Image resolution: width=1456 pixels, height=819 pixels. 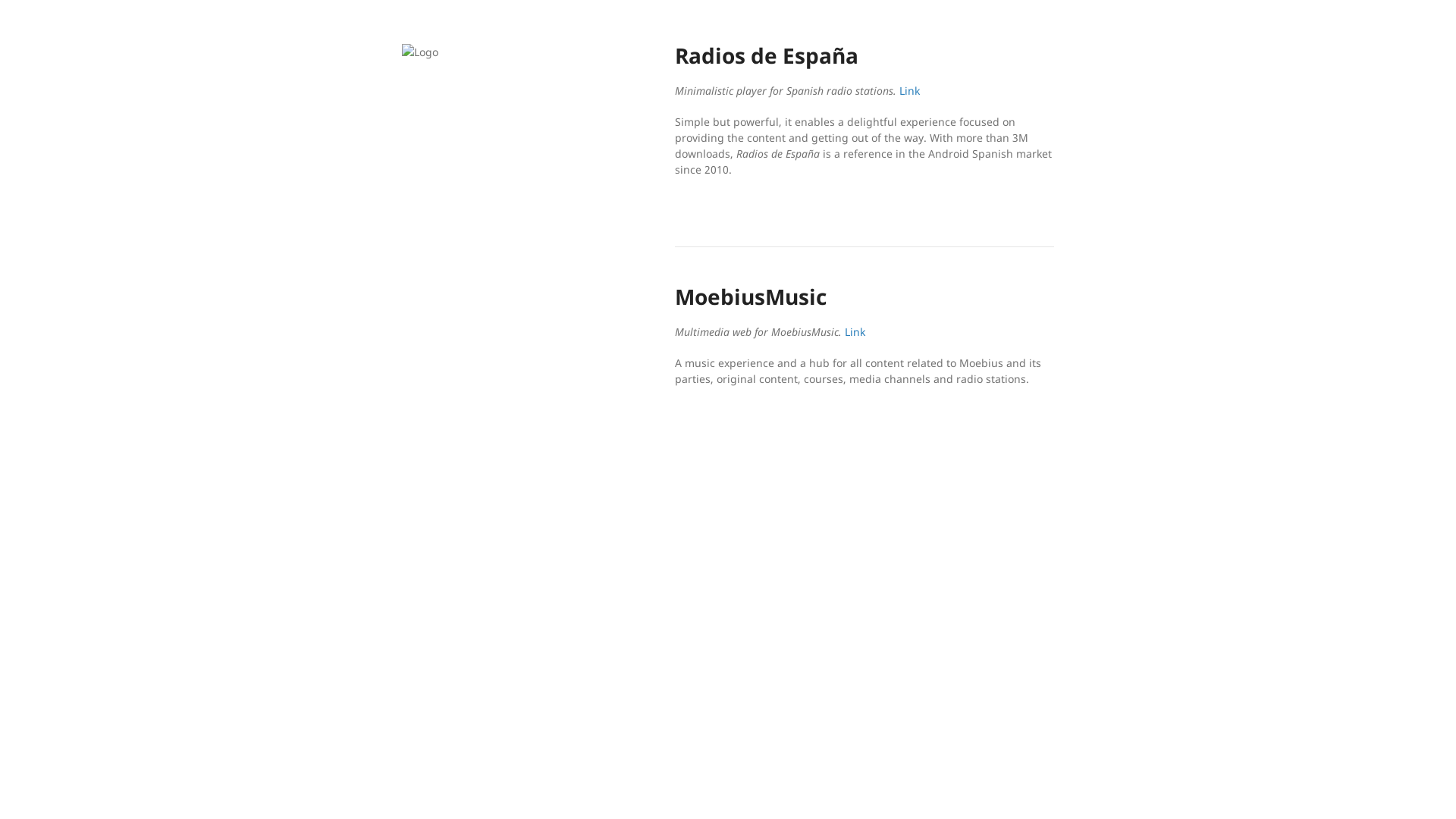 I want to click on 'Link', so click(x=855, y=331).